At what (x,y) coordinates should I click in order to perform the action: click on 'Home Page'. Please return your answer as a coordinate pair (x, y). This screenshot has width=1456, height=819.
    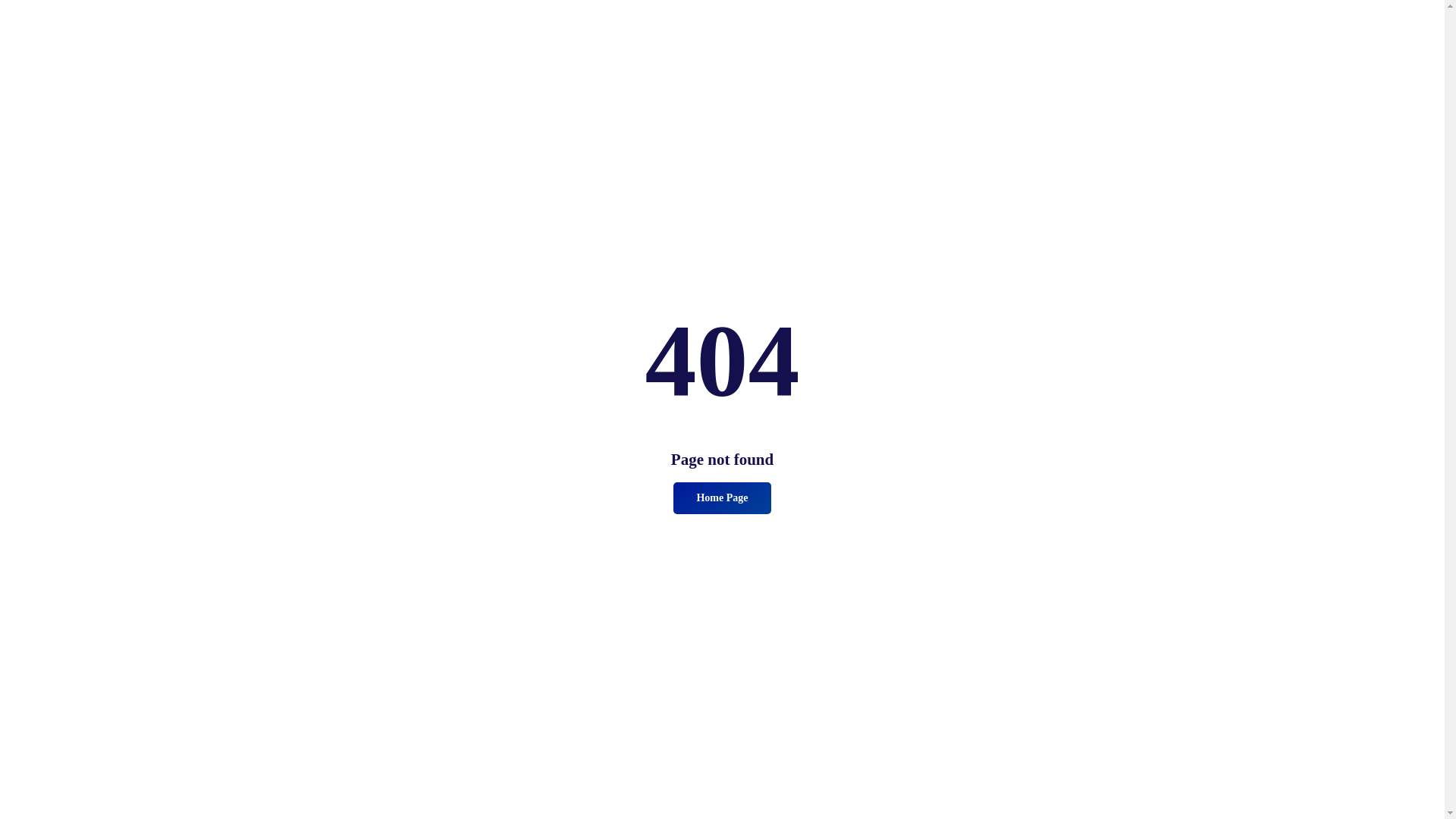
    Looking at the image, I should click on (720, 497).